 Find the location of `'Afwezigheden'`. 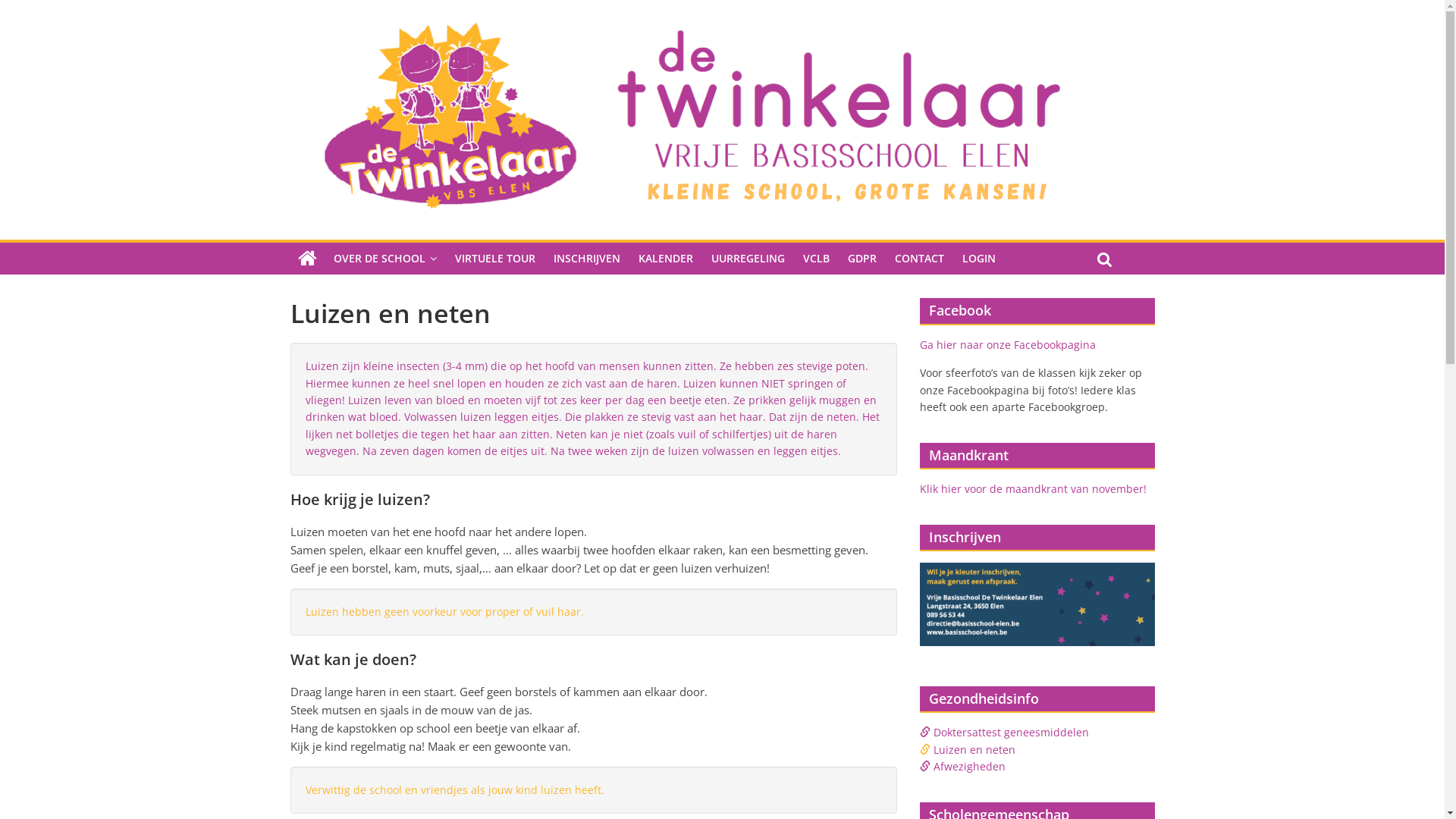

'Afwezigheden' is located at coordinates (968, 766).